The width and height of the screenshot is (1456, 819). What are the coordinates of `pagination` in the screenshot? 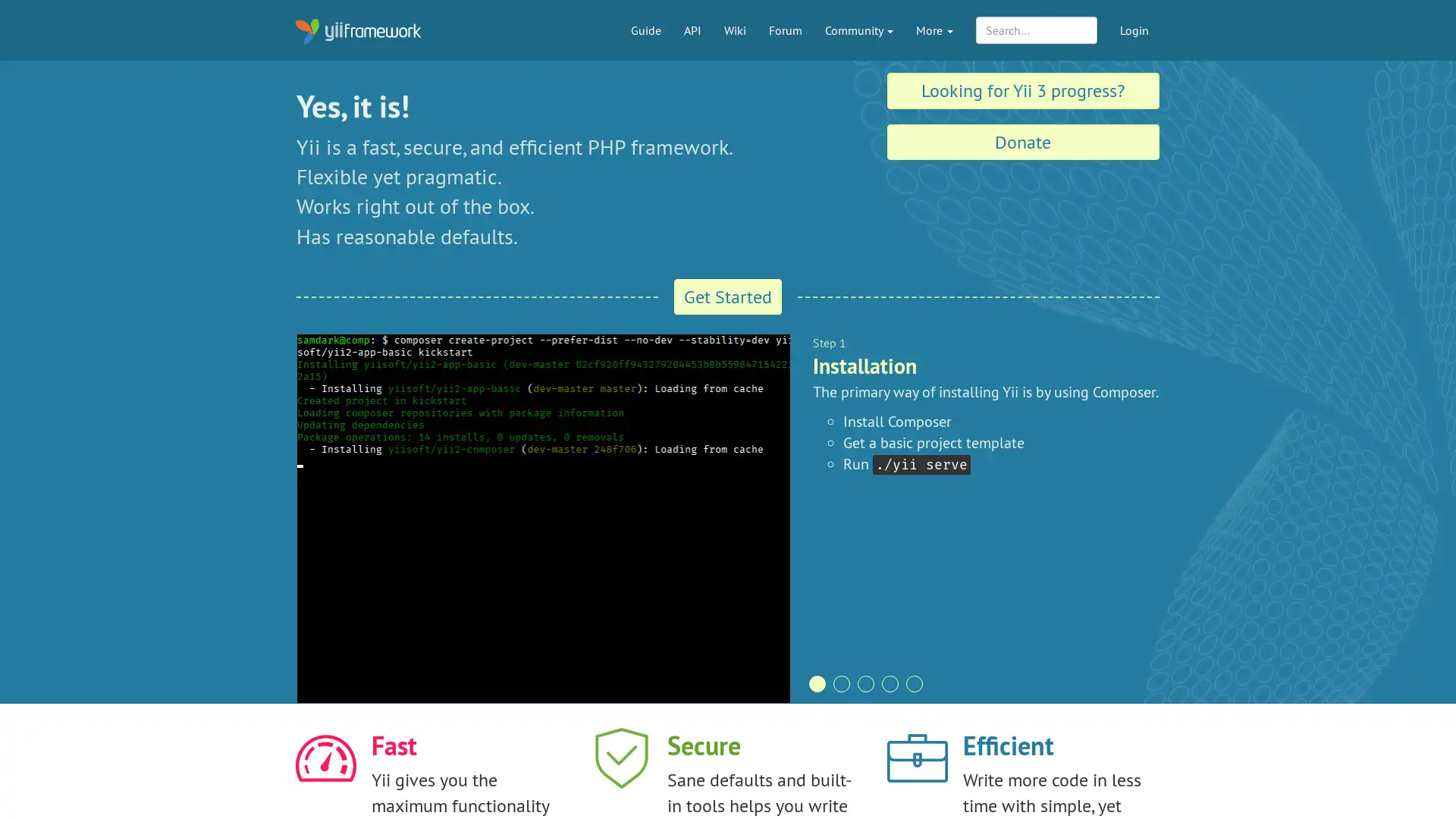 It's located at (890, 684).